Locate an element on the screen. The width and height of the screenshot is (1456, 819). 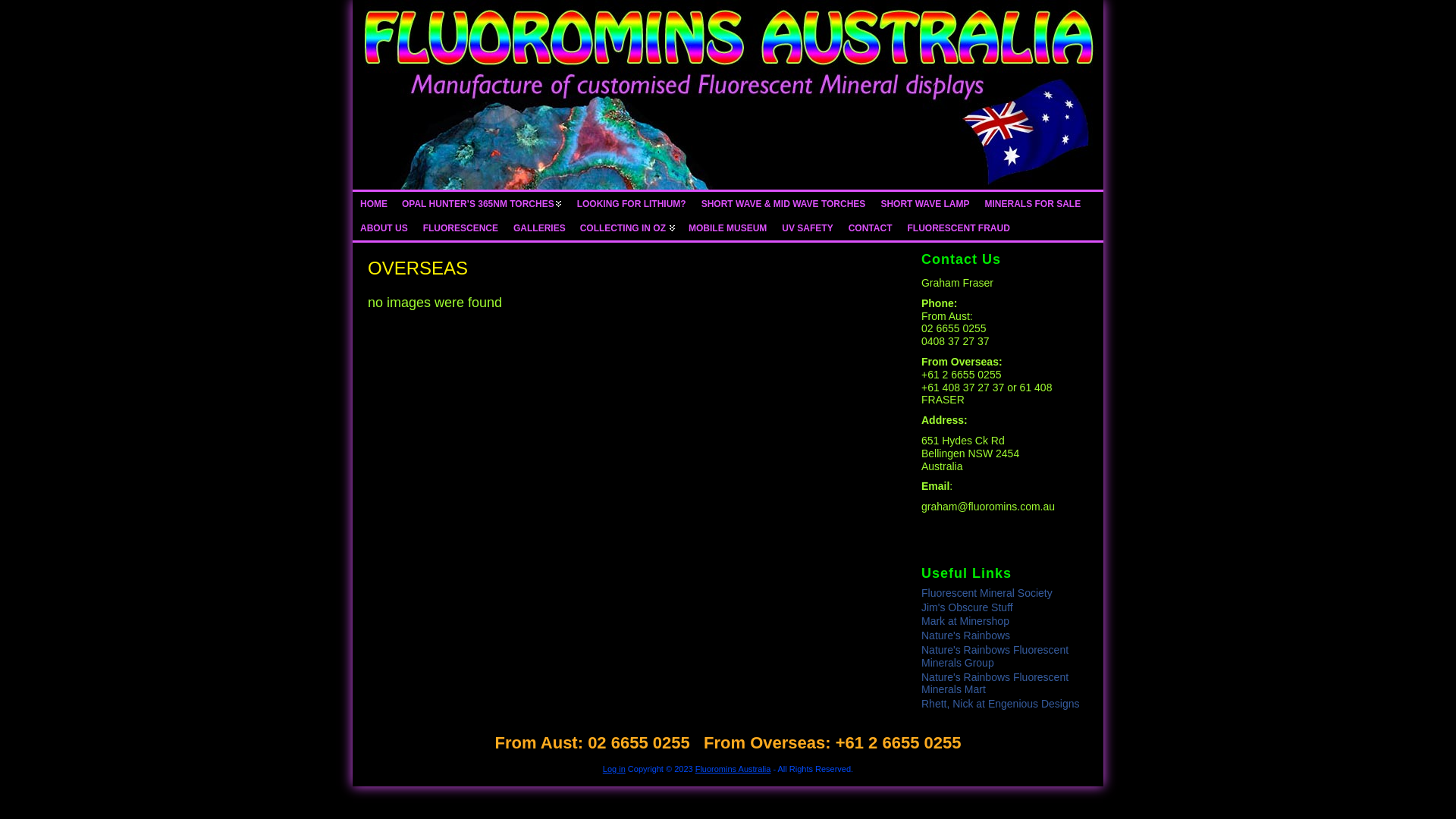
'LOOKING FOR LITHIUM?' is located at coordinates (632, 203).